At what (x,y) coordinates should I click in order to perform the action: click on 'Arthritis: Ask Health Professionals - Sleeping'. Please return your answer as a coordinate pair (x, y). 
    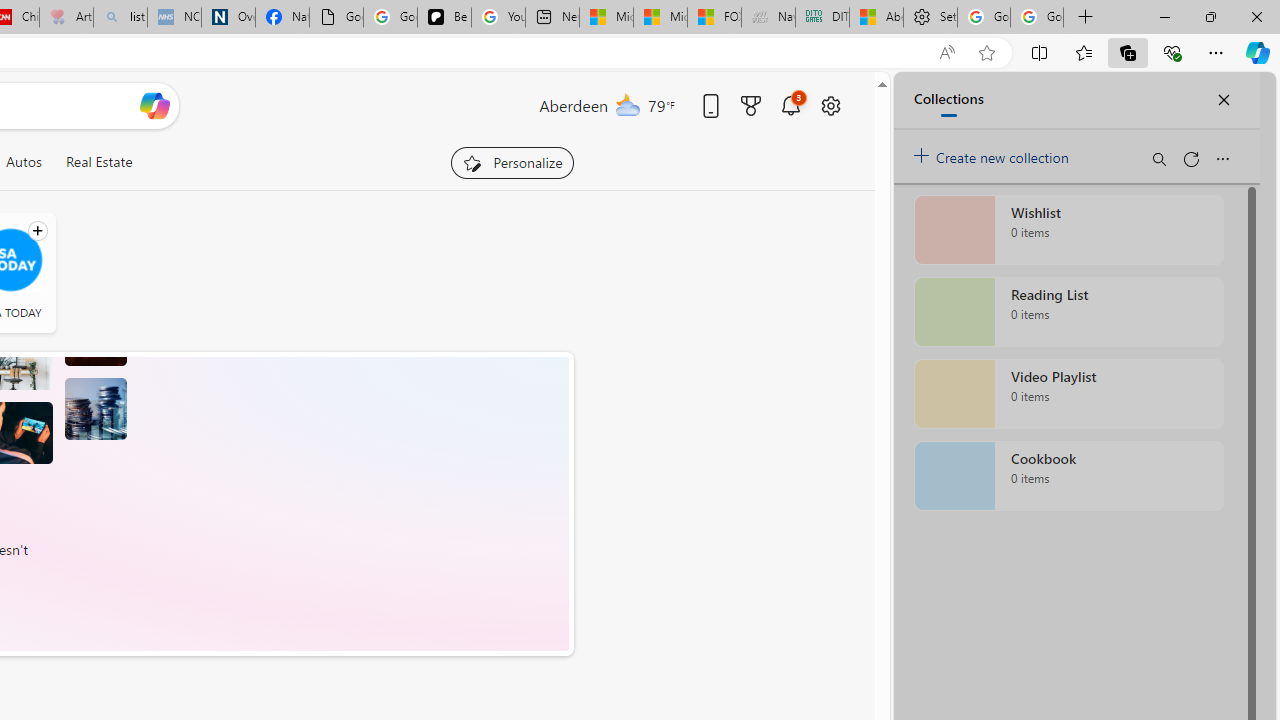
    Looking at the image, I should click on (66, 17).